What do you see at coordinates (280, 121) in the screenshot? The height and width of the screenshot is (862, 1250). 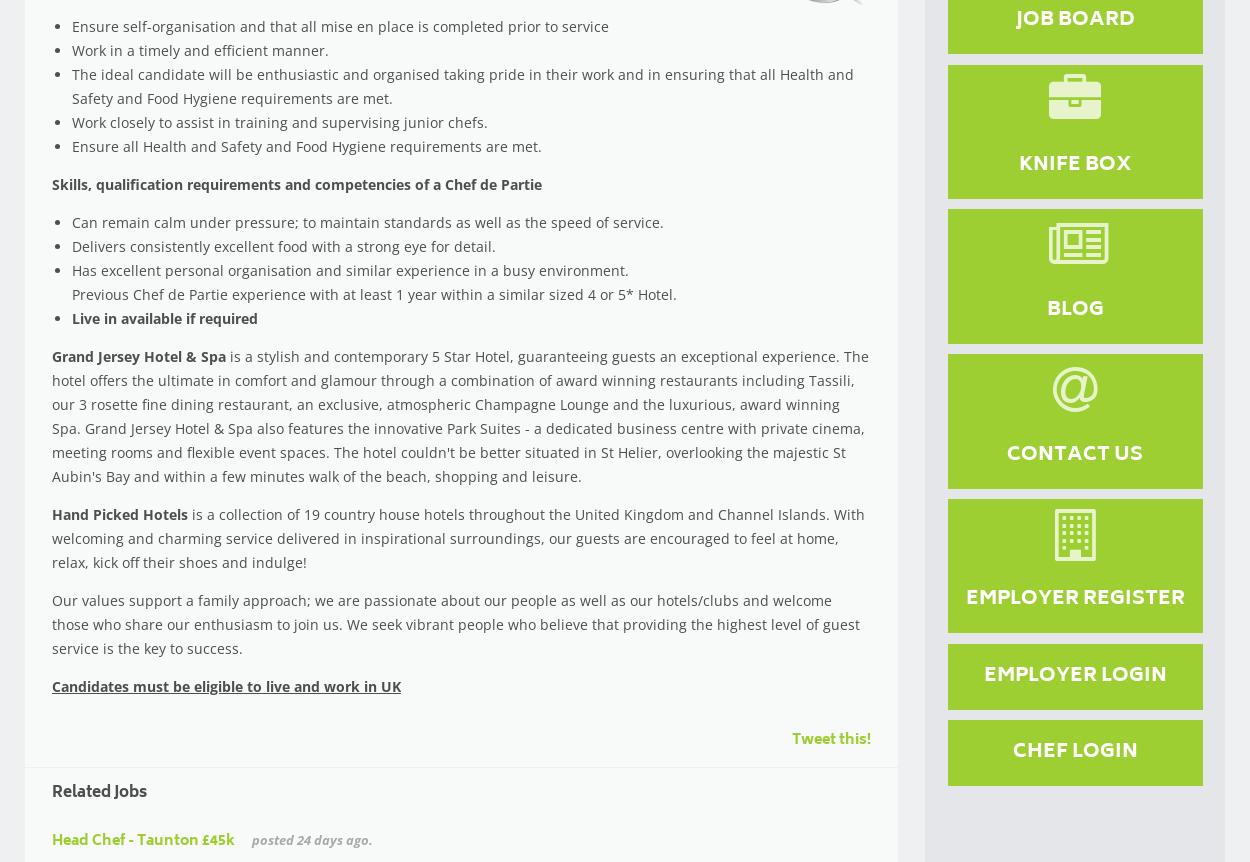 I see `'Work closely to assist in training and supervising junior chefs.'` at bounding box center [280, 121].